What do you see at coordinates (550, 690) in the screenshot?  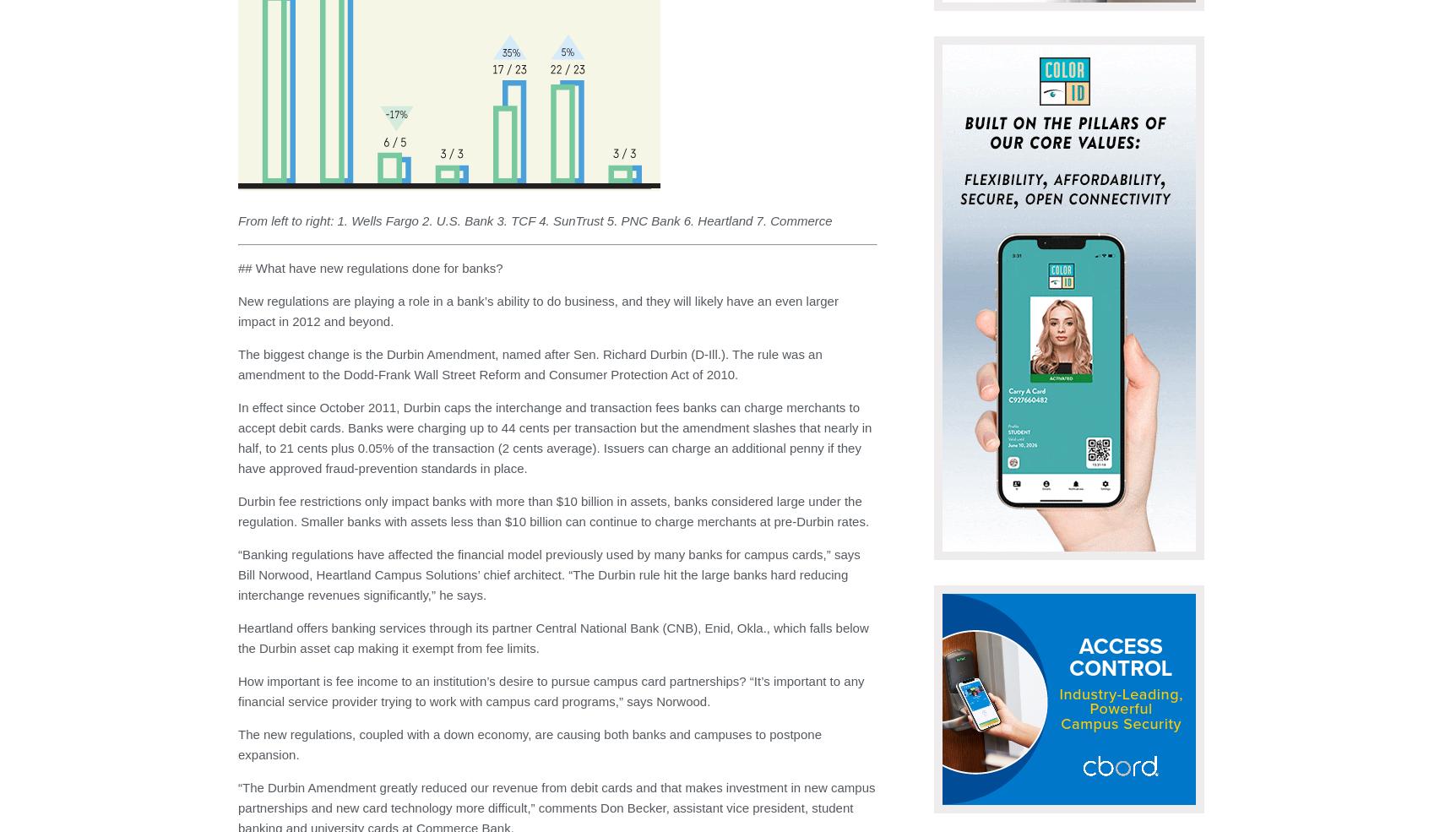 I see `'How important is fee income to an institution’s desire to pursue campus card partnerships? “It’s important to any financial service provider trying to work with campus card programs,” says Norwood.'` at bounding box center [550, 690].